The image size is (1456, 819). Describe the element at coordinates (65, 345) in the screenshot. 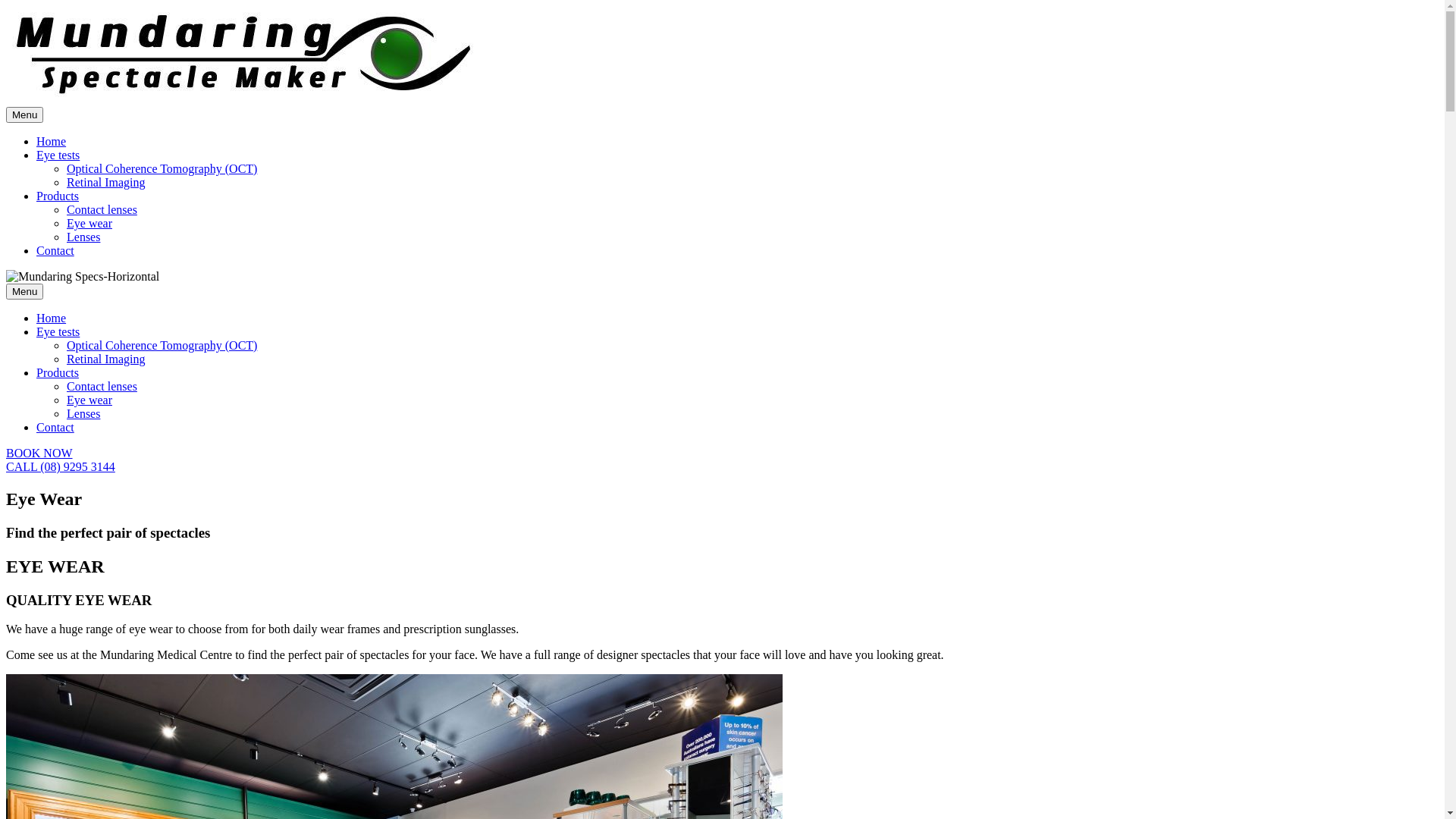

I see `'Optical Coherence Tomography (OCT)'` at that location.